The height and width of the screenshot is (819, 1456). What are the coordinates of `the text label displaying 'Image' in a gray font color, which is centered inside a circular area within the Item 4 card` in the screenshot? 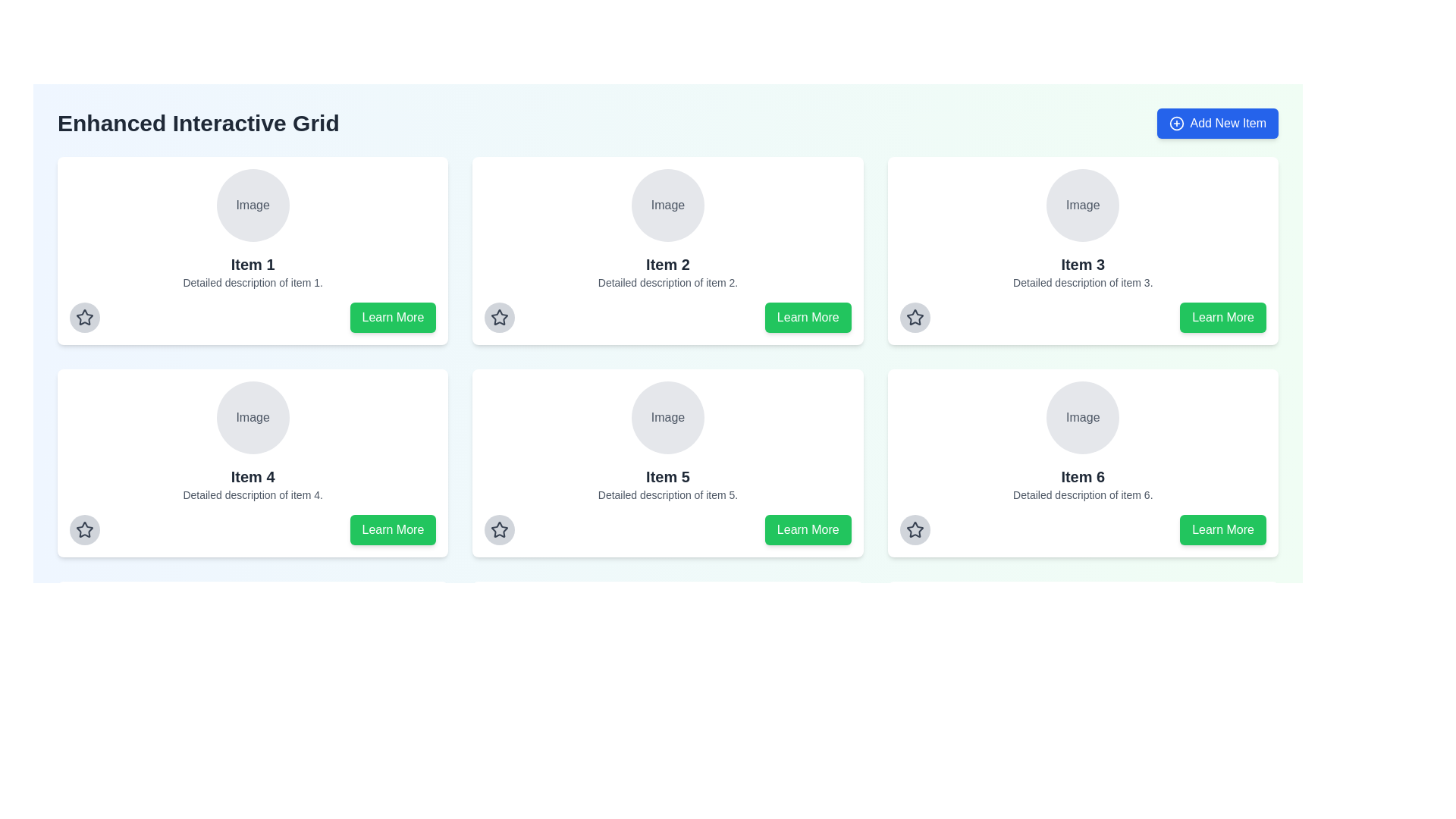 It's located at (253, 418).